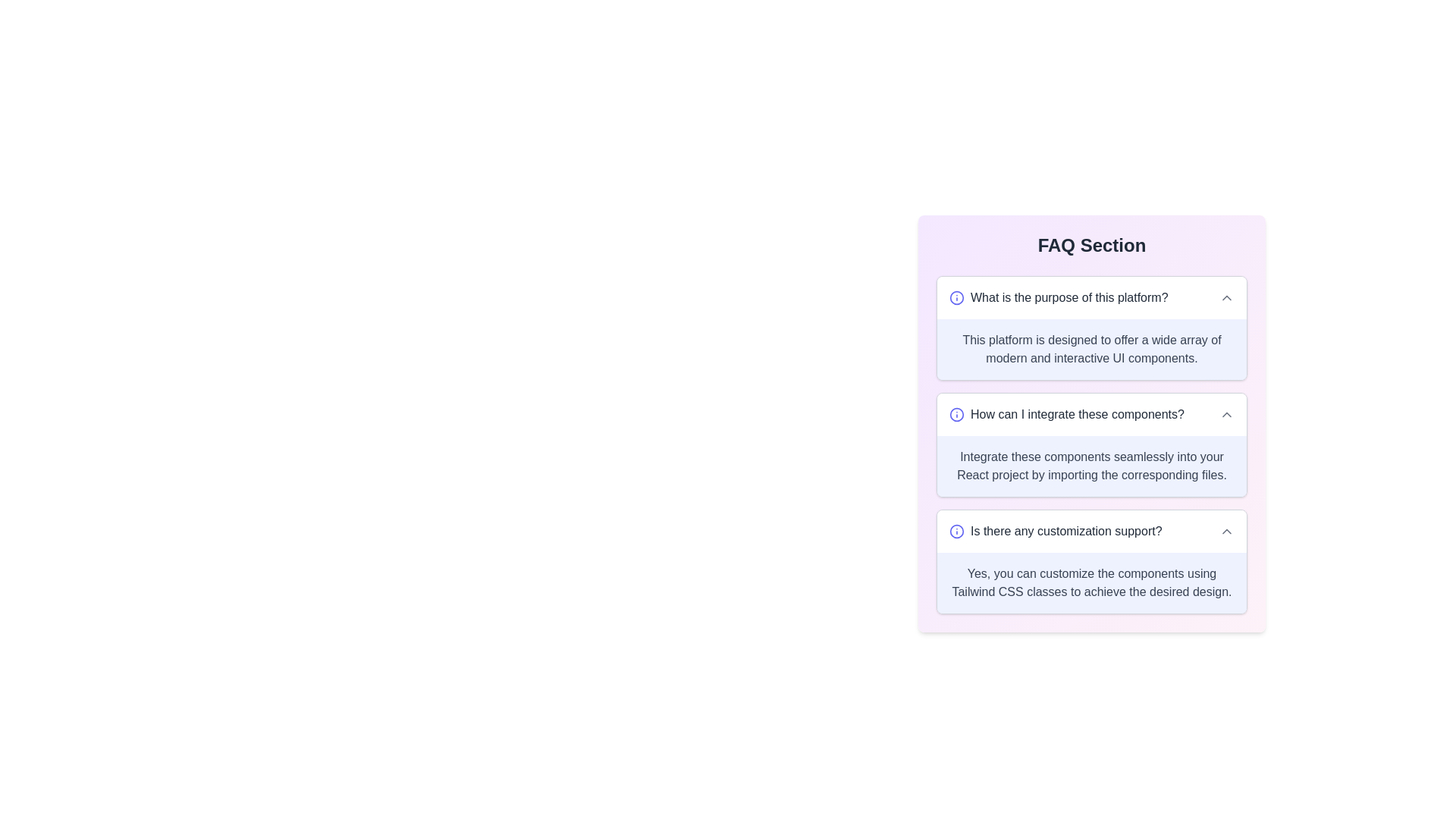  I want to click on informational text block located in the second row of the FAQ section, below the question 'What is the purpose of this platform?', so click(1092, 350).